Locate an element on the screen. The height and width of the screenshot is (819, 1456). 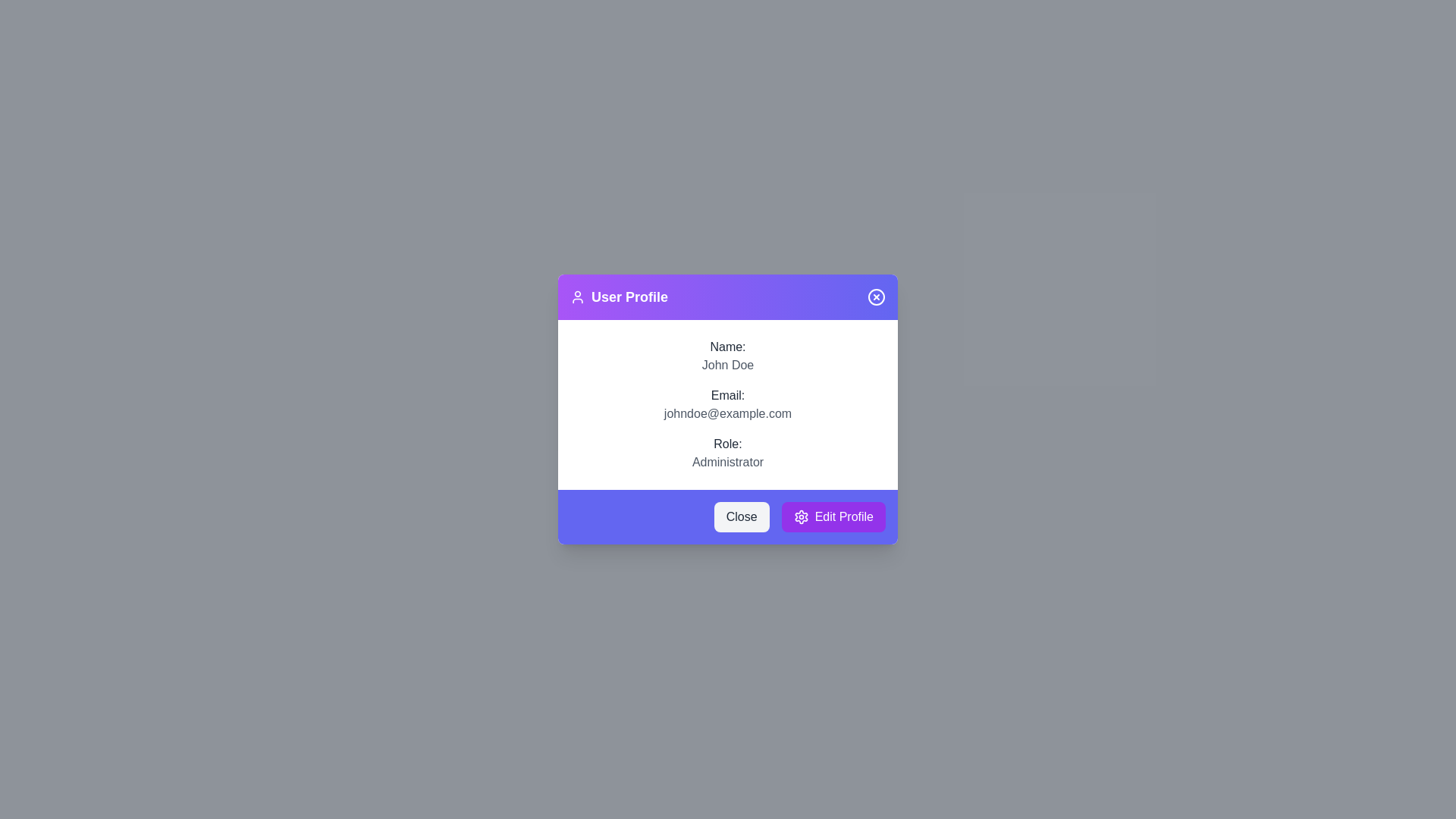
descriptive text label located beneath the 'Role:' label in the user profile section, which provides information about the role of the profile being viewed or edited is located at coordinates (728, 461).